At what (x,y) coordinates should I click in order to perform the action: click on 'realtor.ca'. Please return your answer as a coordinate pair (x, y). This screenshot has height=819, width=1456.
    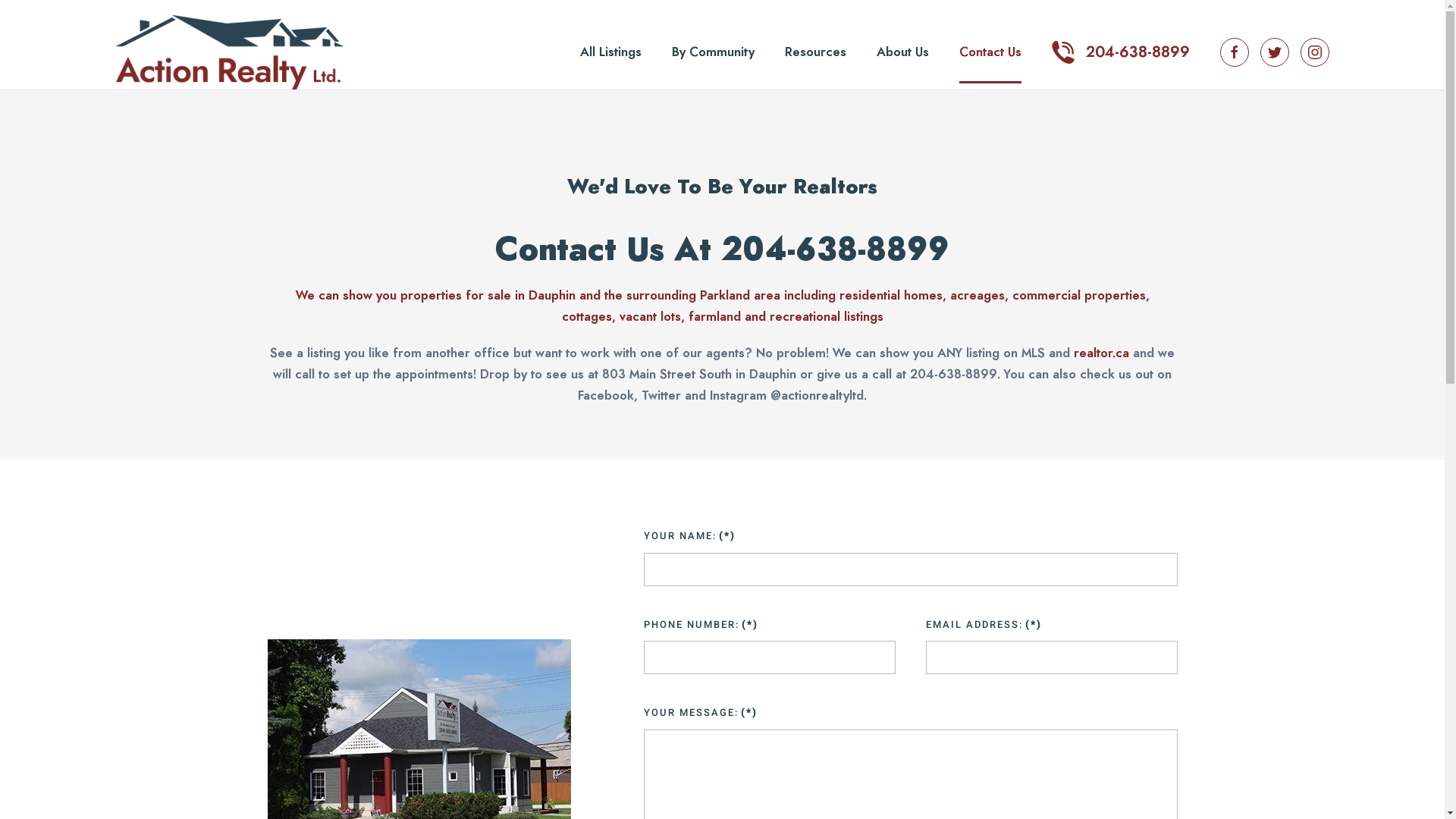
    Looking at the image, I should click on (1073, 353).